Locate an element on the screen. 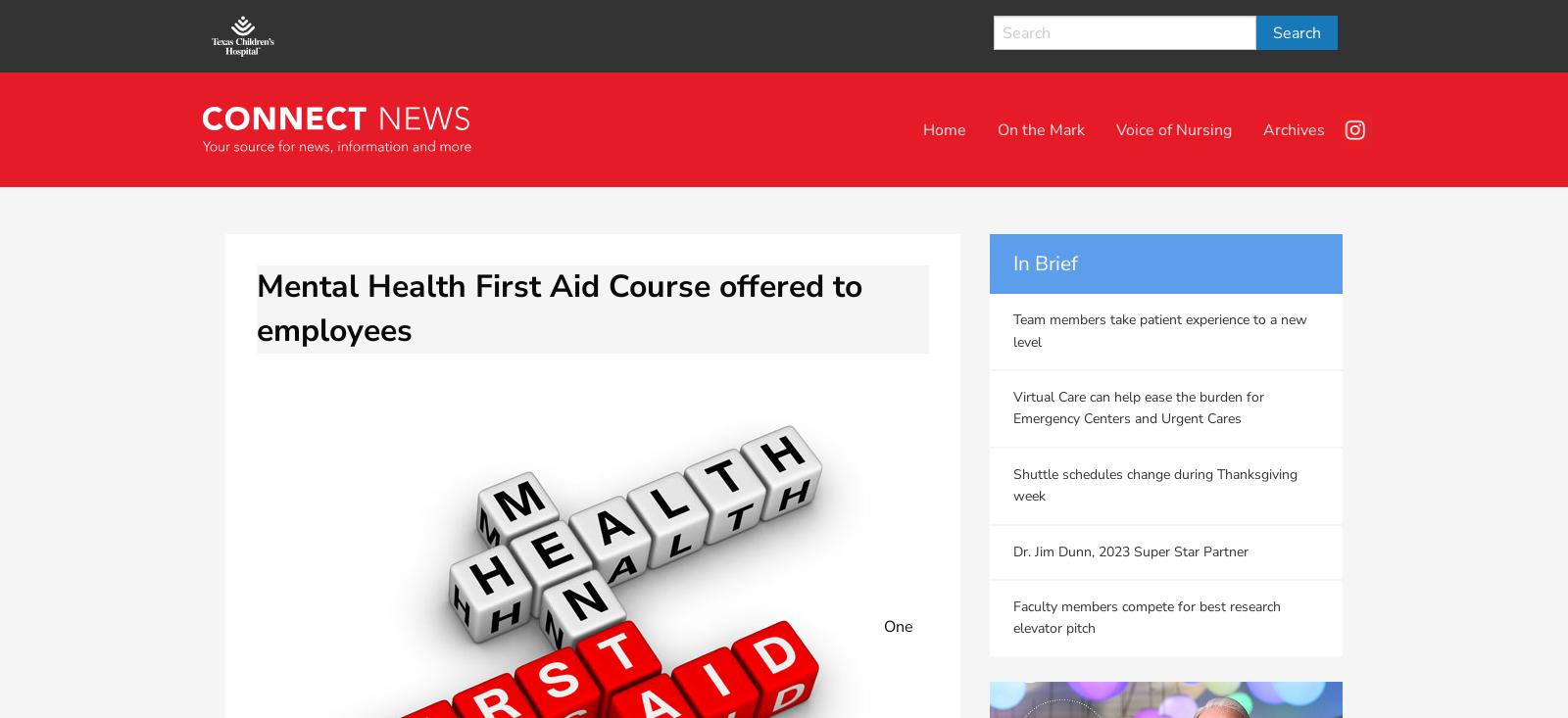  'Virtual Care can help ease the burden for Emergency Centers and Urgent Cares' is located at coordinates (1139, 407).